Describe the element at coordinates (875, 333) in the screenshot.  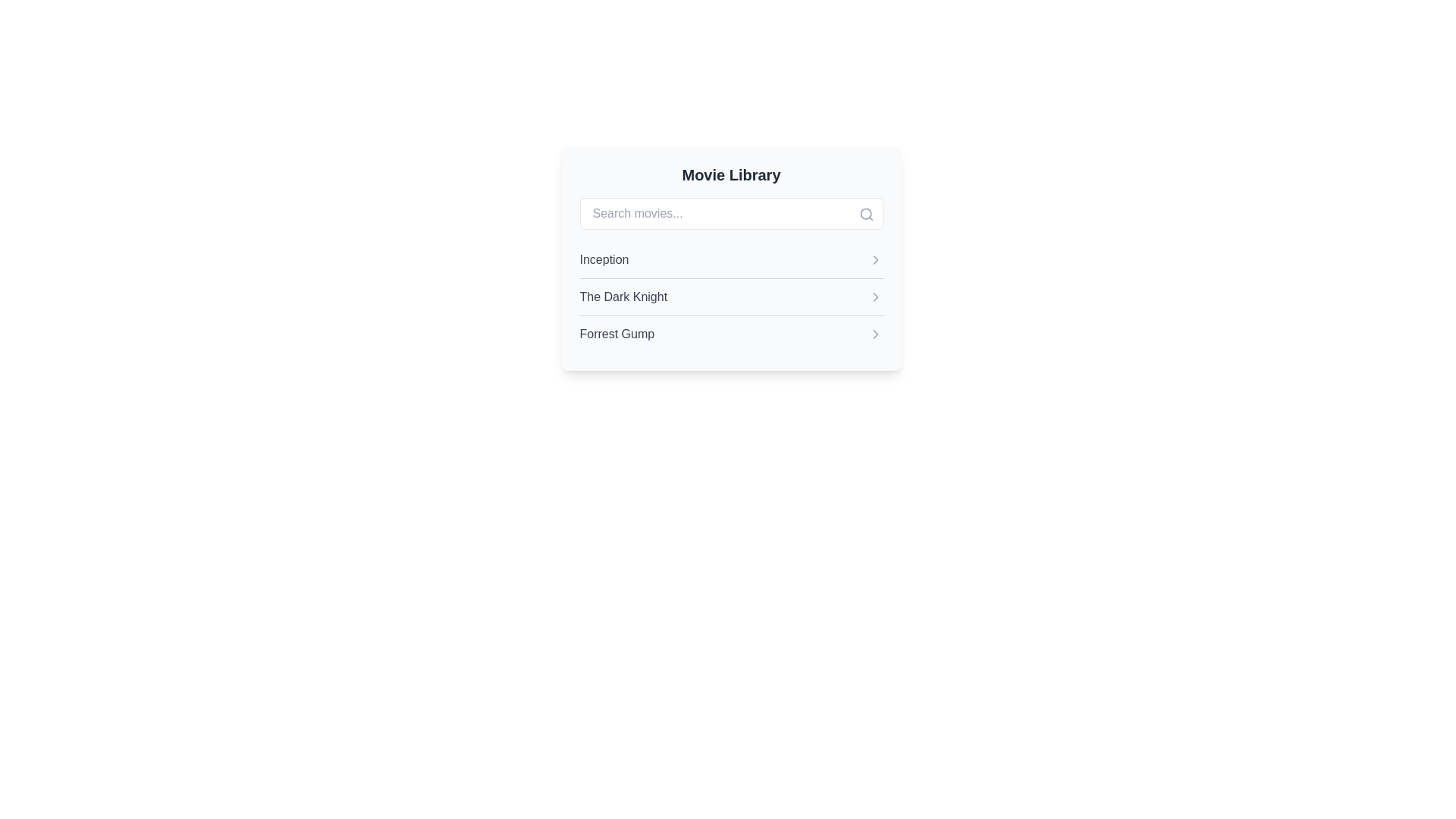
I see `the chevron icon located to the right of the text 'Forrest Gump' in the third item of the vertical list` at that location.